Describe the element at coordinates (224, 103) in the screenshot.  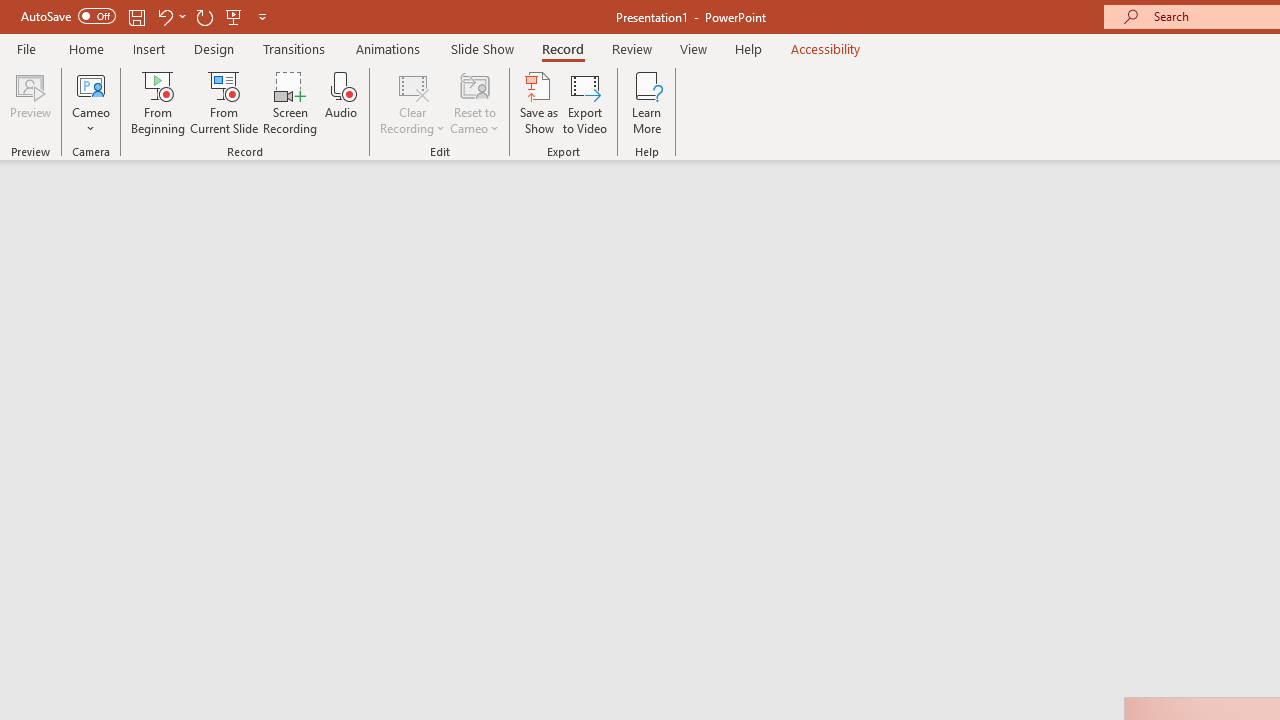
I see `'From Current Slide...'` at that location.